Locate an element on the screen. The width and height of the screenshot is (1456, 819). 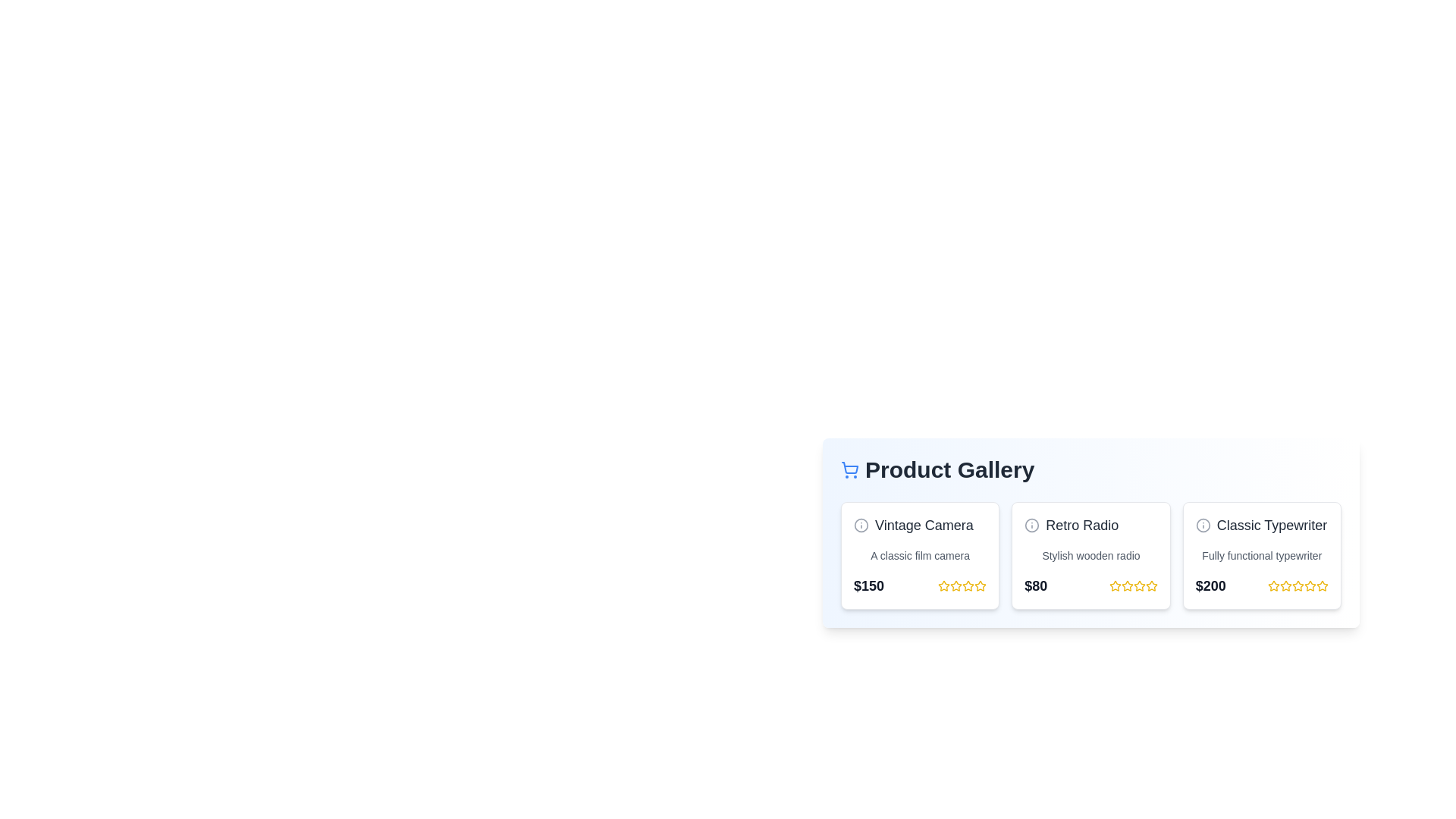
the product card for Classic Typewriter is located at coordinates (1262, 555).